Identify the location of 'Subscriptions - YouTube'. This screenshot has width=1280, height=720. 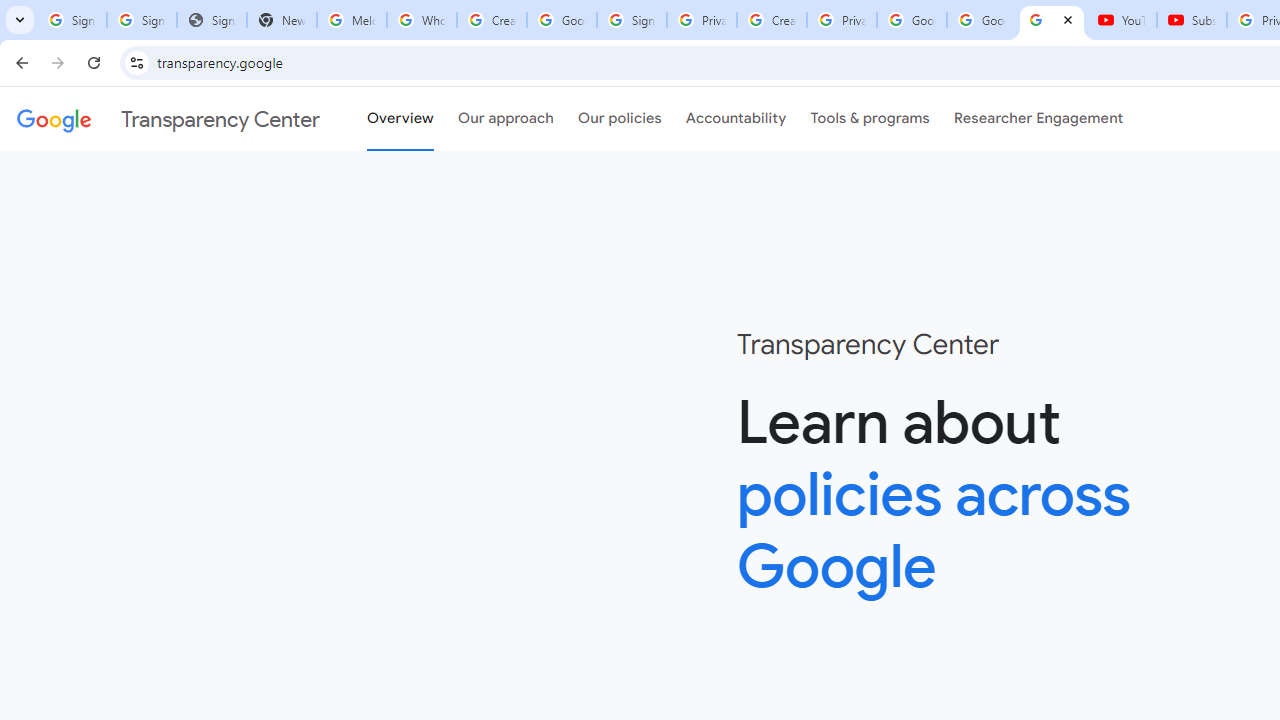
(1192, 20).